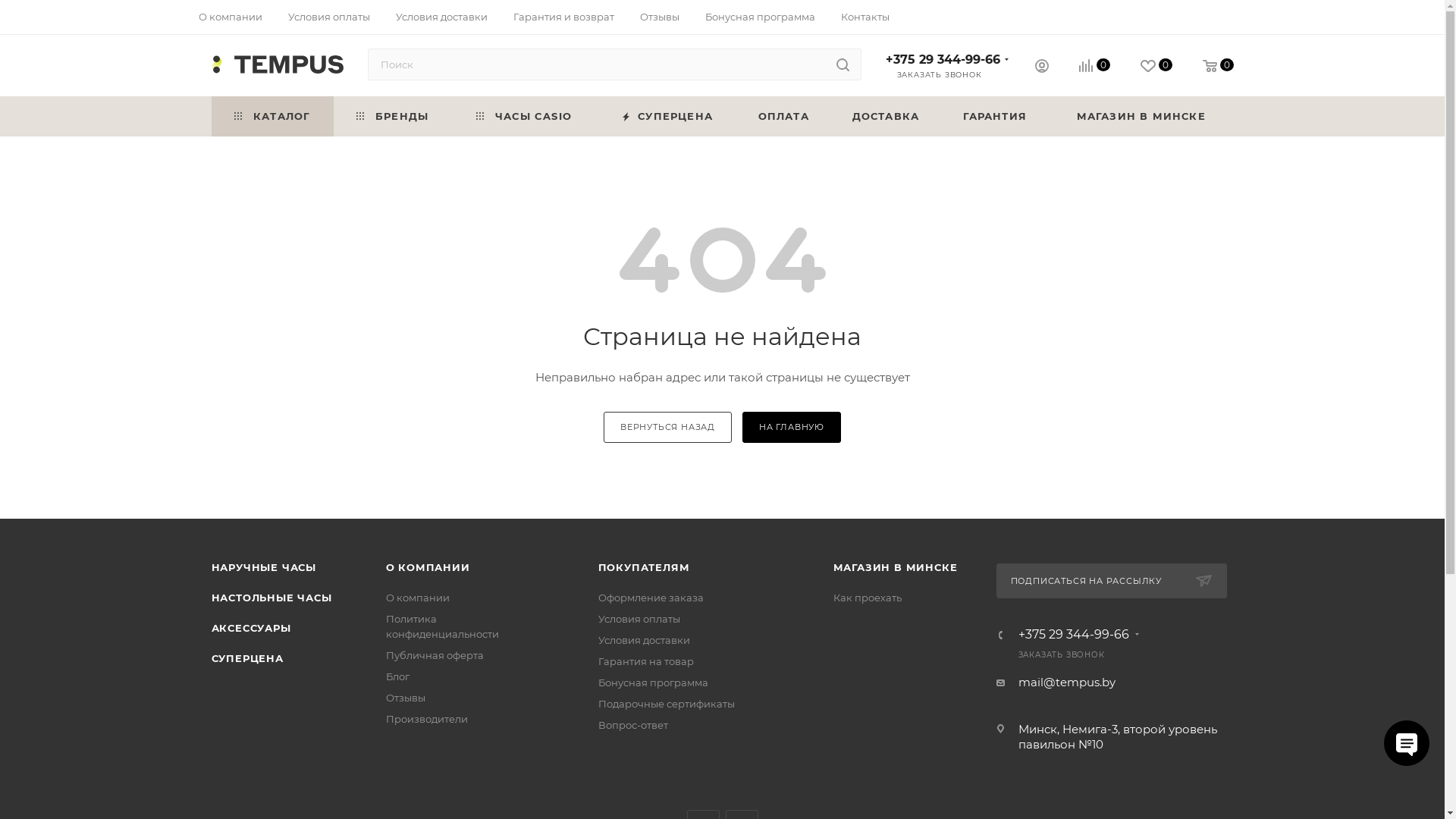 This screenshot has width=1456, height=819. Describe the element at coordinates (1065, 681) in the screenshot. I see `'mail@tempus.by'` at that location.